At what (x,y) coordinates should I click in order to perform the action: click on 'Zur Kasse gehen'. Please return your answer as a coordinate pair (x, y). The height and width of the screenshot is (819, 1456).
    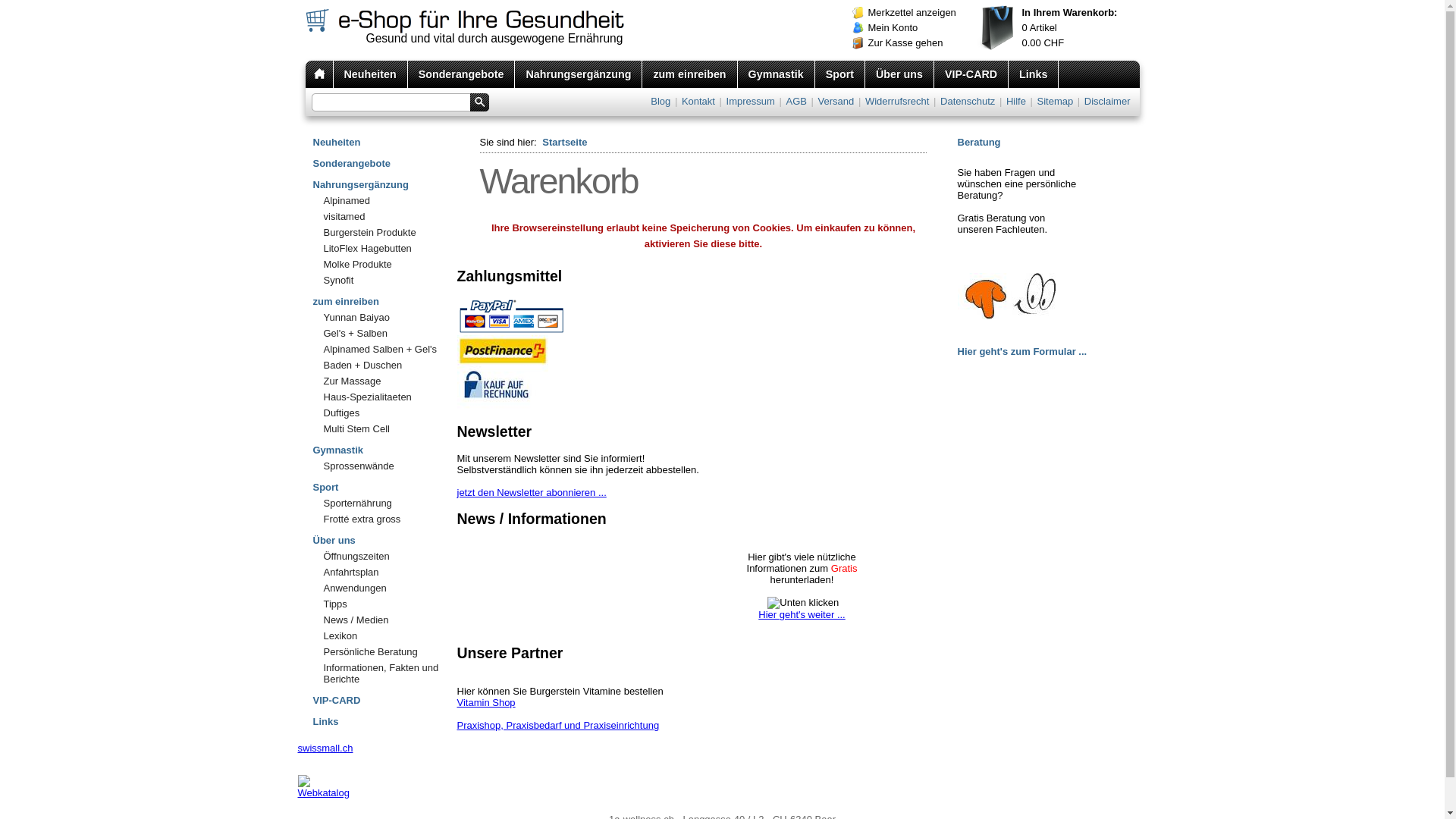
    Looking at the image, I should click on (918, 42).